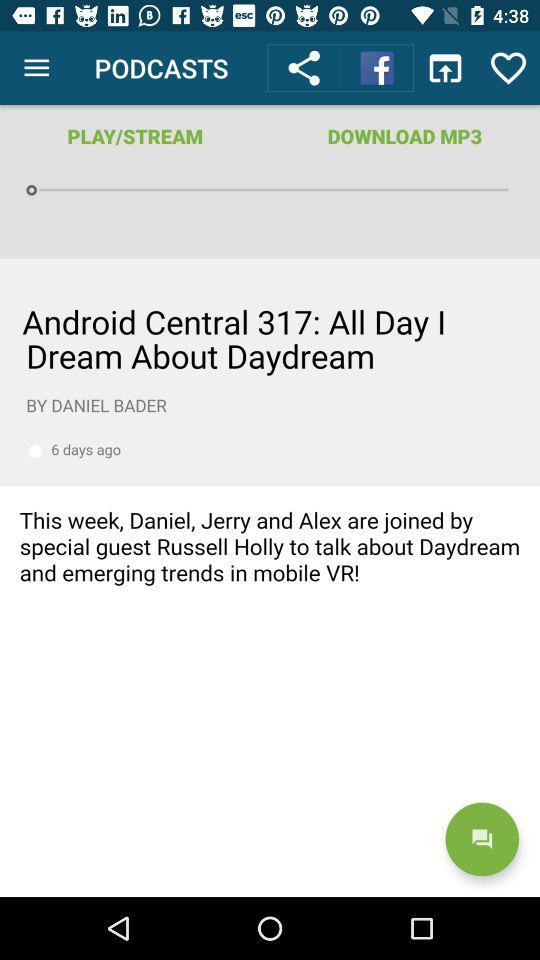 The width and height of the screenshot is (540, 960). Describe the element at coordinates (270, 577) in the screenshot. I see `highlight full content` at that location.